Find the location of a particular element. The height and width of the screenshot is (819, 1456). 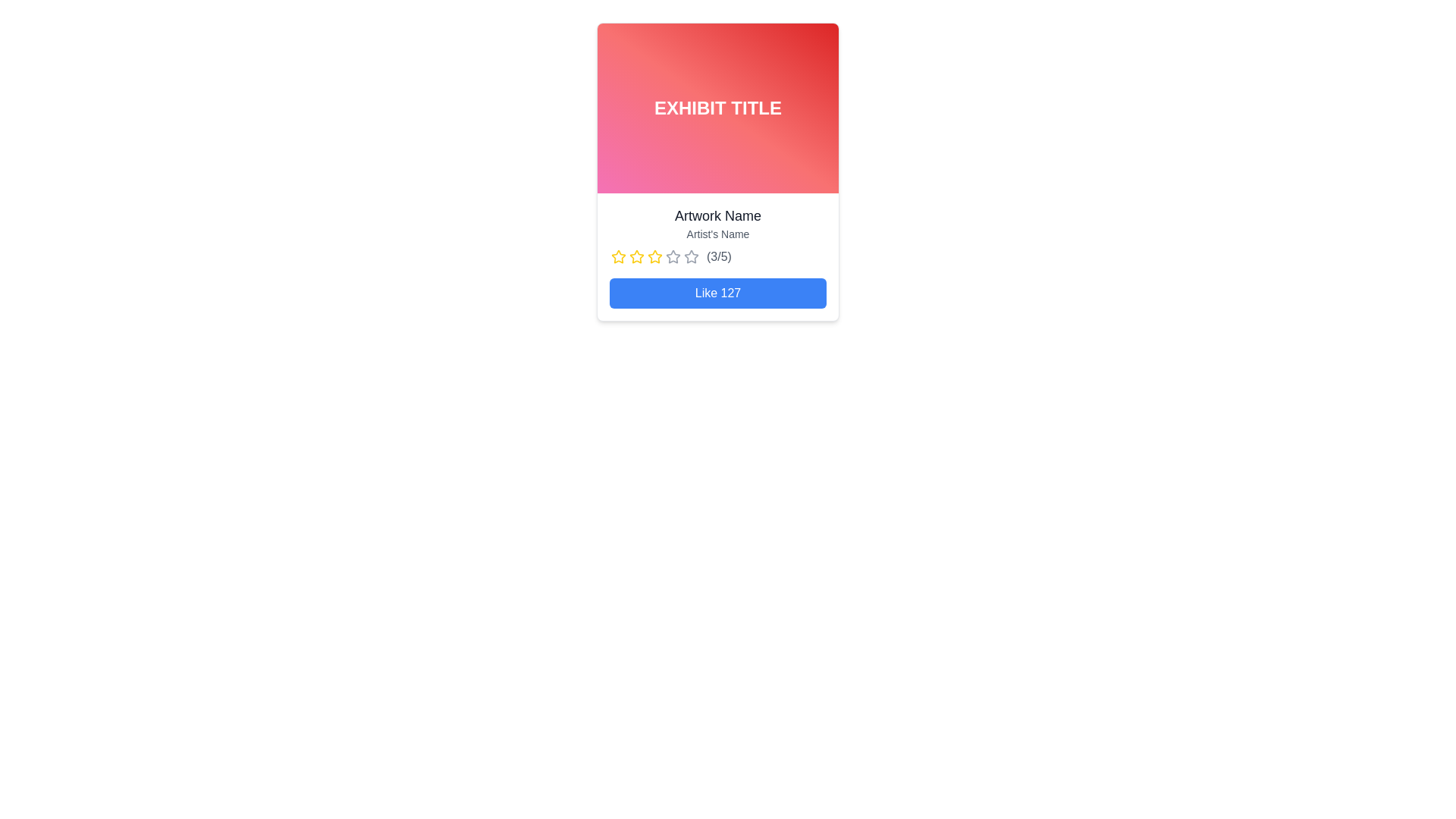

the static text element displaying 'Artist's Name', which is styled in a smaller gray font and positioned between the artwork title and rating stars is located at coordinates (717, 234).